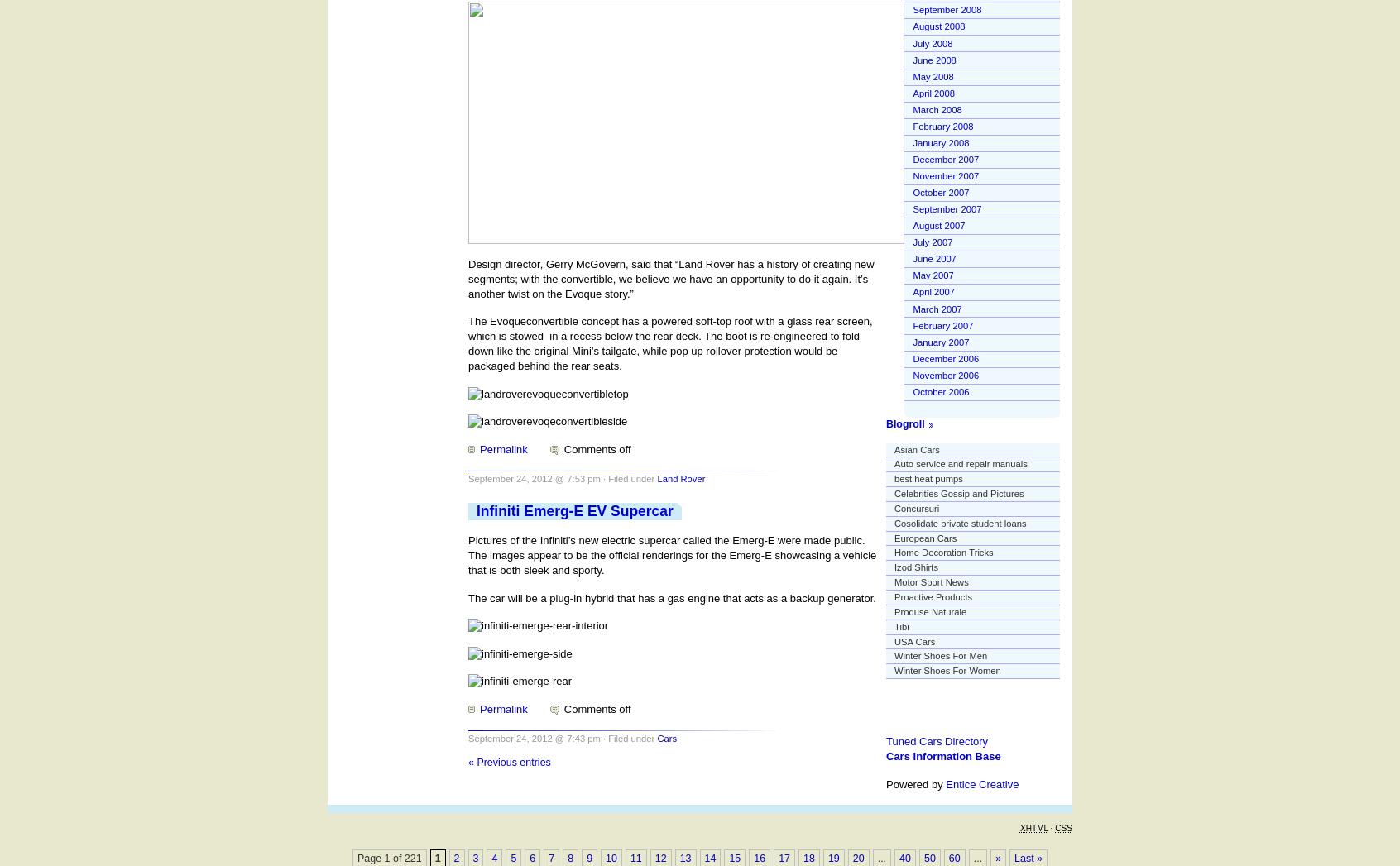 This screenshot has height=866, width=1400. What do you see at coordinates (940, 654) in the screenshot?
I see `'Winter Shoes For Men'` at bounding box center [940, 654].